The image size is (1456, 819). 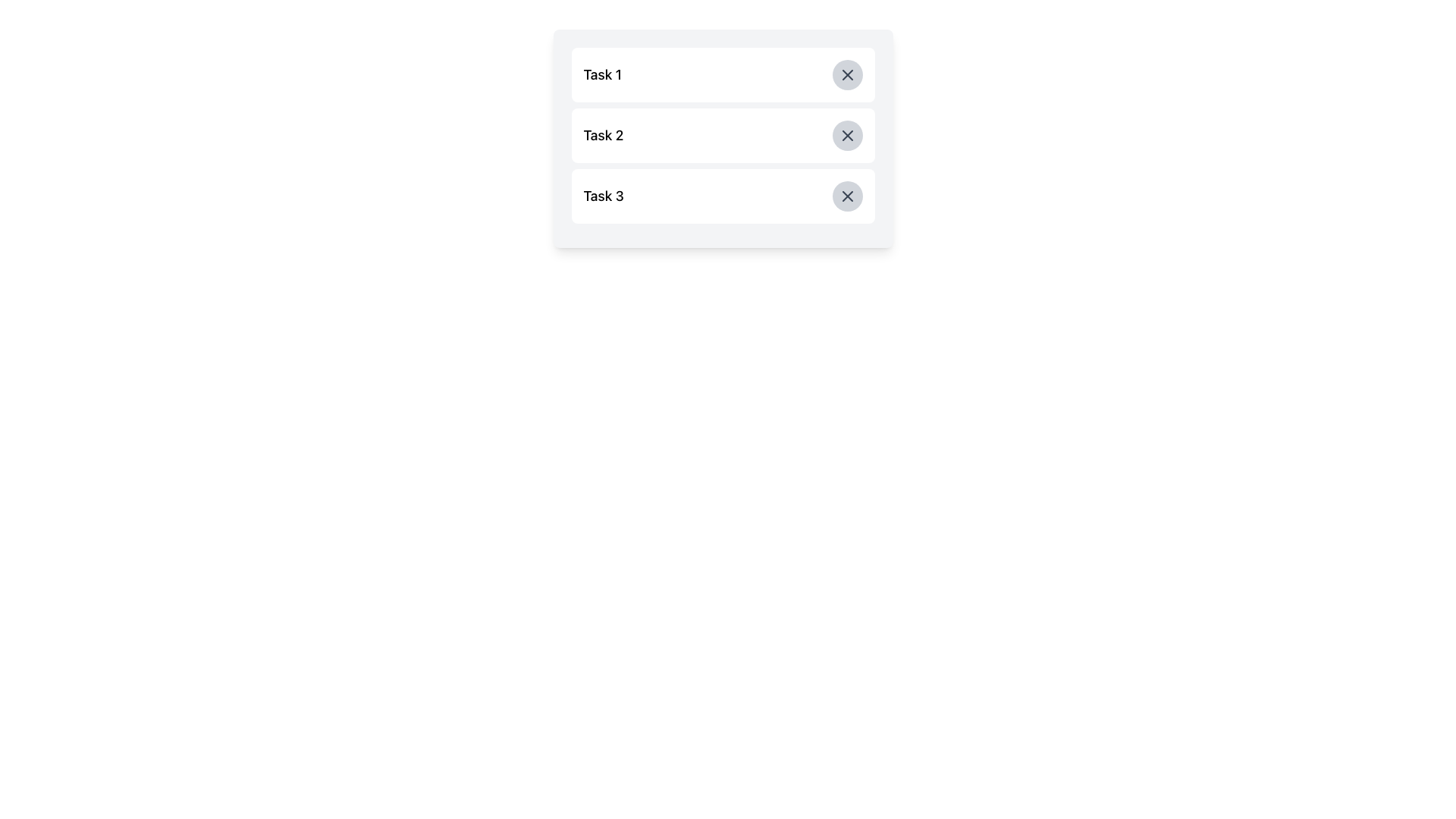 What do you see at coordinates (722, 138) in the screenshot?
I see `any task within the vertical list of tasks, which includes 'Task 1', 'Task 2', and 'Task 3'` at bounding box center [722, 138].